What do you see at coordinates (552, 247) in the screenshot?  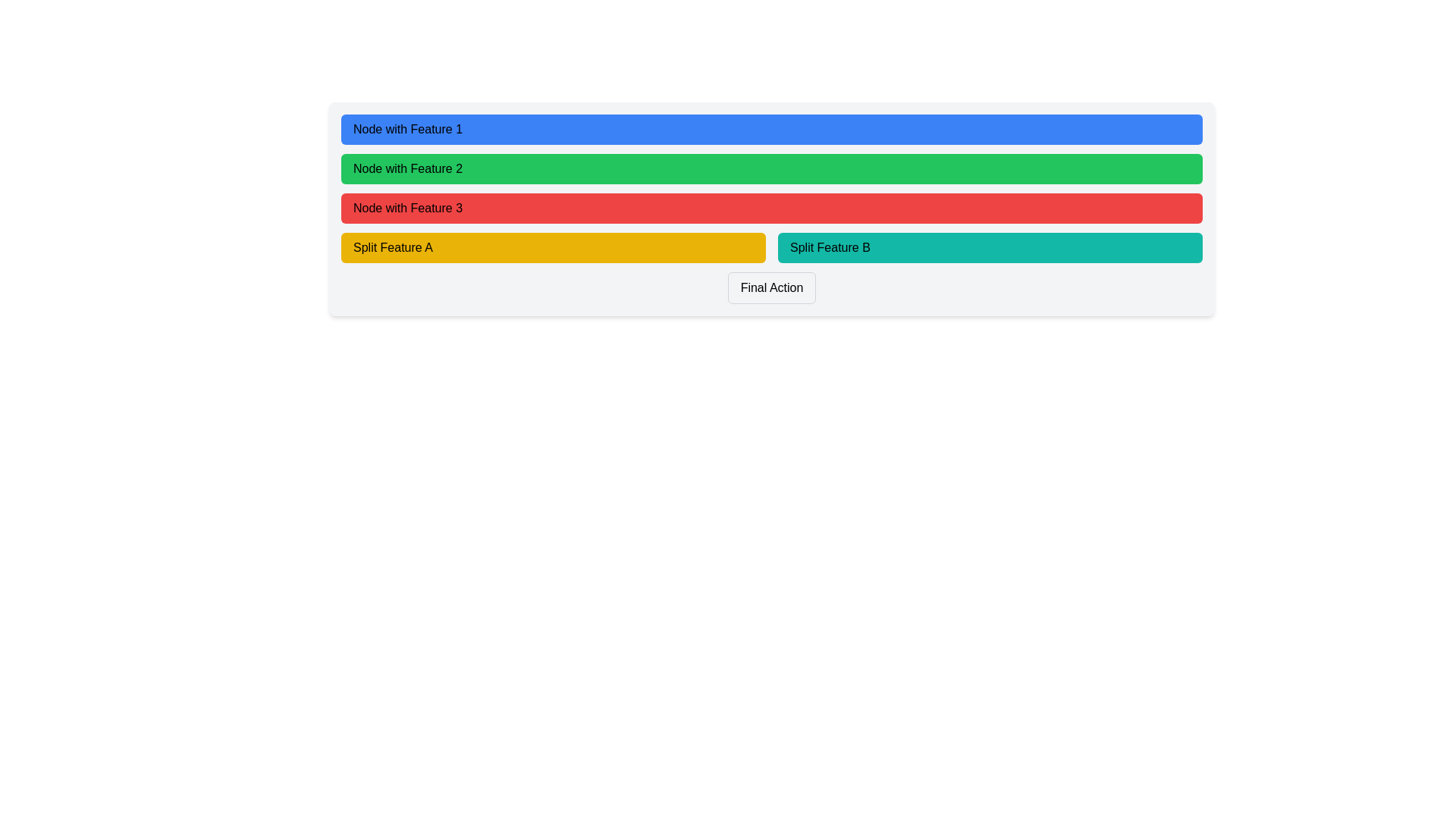 I see `the yellow rectangular button labeled 'Split Feature A' located at the bottom-left part of the central region` at bounding box center [552, 247].